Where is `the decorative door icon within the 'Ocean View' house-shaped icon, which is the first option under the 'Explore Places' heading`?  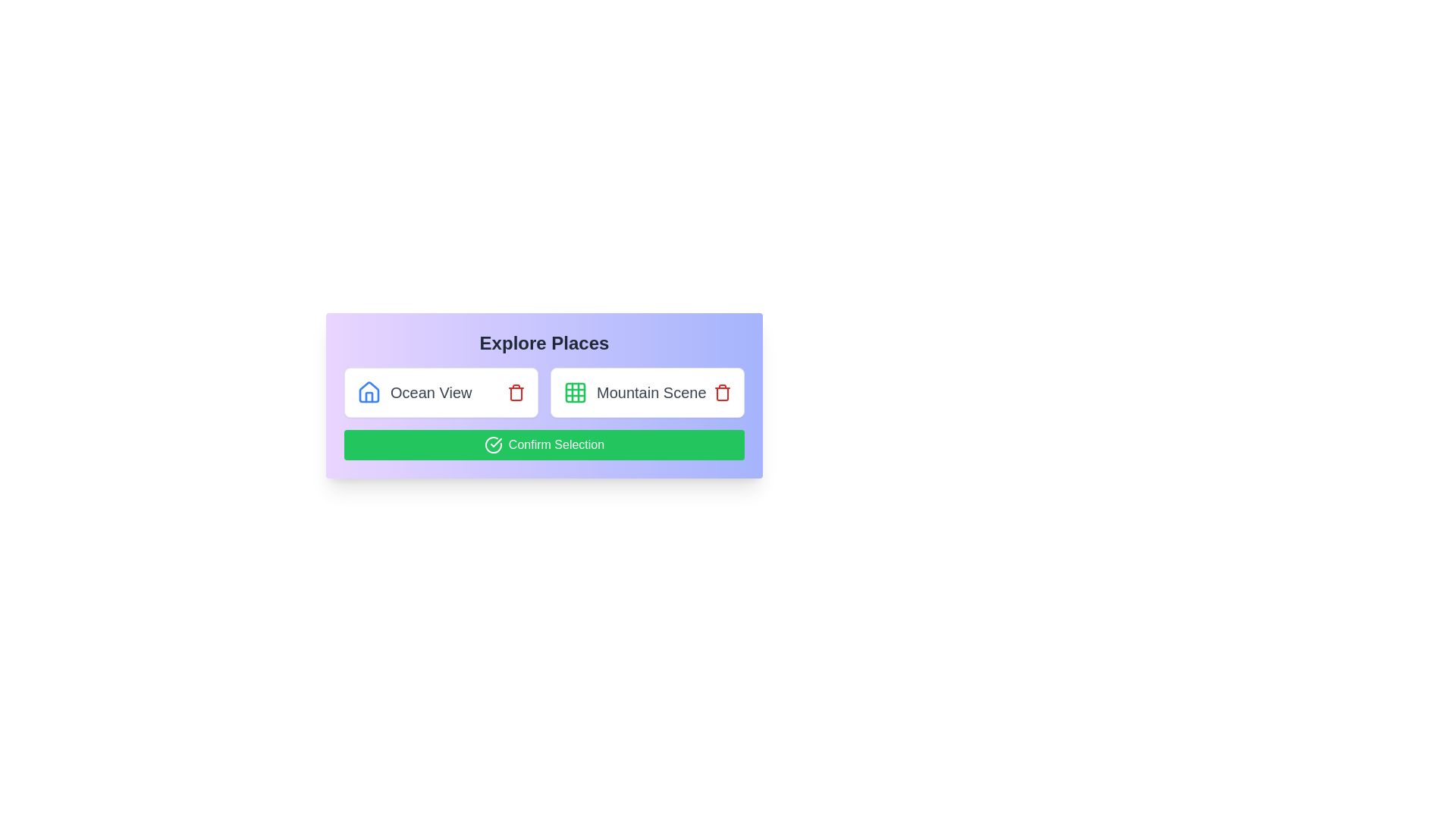 the decorative door icon within the 'Ocean View' house-shaped icon, which is the first option under the 'Explore Places' heading is located at coordinates (369, 397).